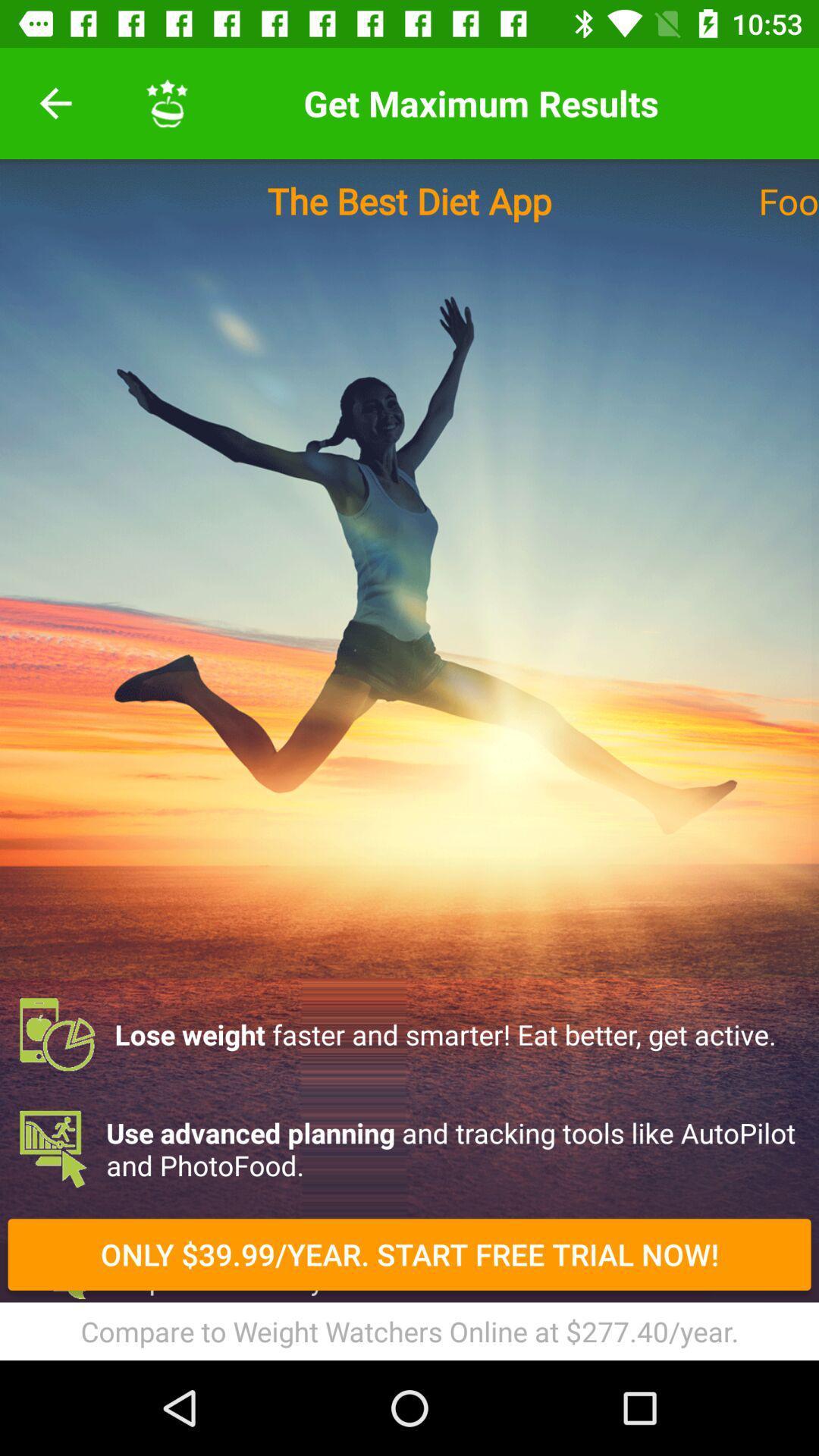  Describe the element at coordinates (409, 1263) in the screenshot. I see `the get diet advice icon` at that location.